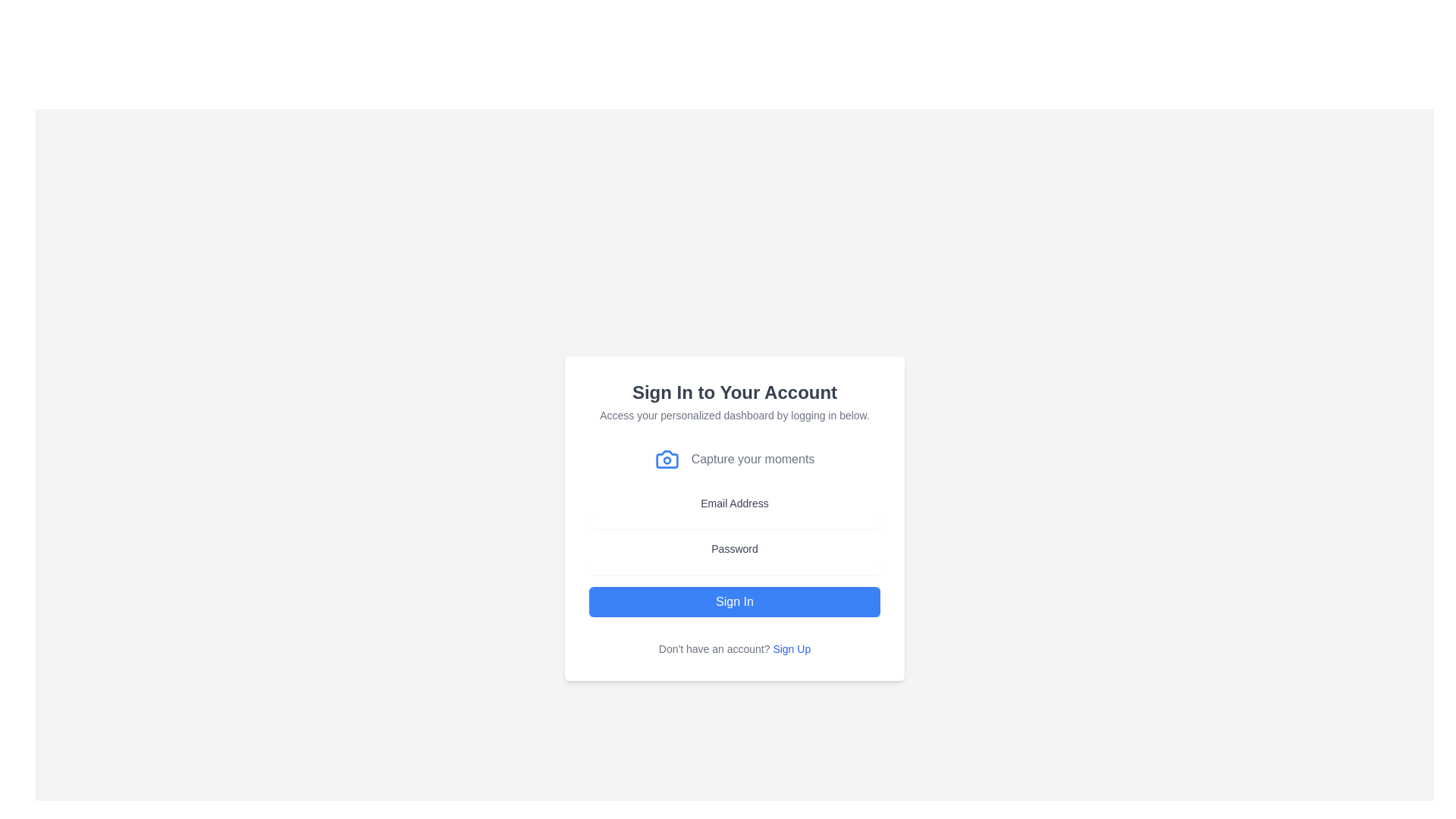  I want to click on the Header Text that informs users about signing in to their account, positioned at the top of a centered card layout, so click(735, 391).